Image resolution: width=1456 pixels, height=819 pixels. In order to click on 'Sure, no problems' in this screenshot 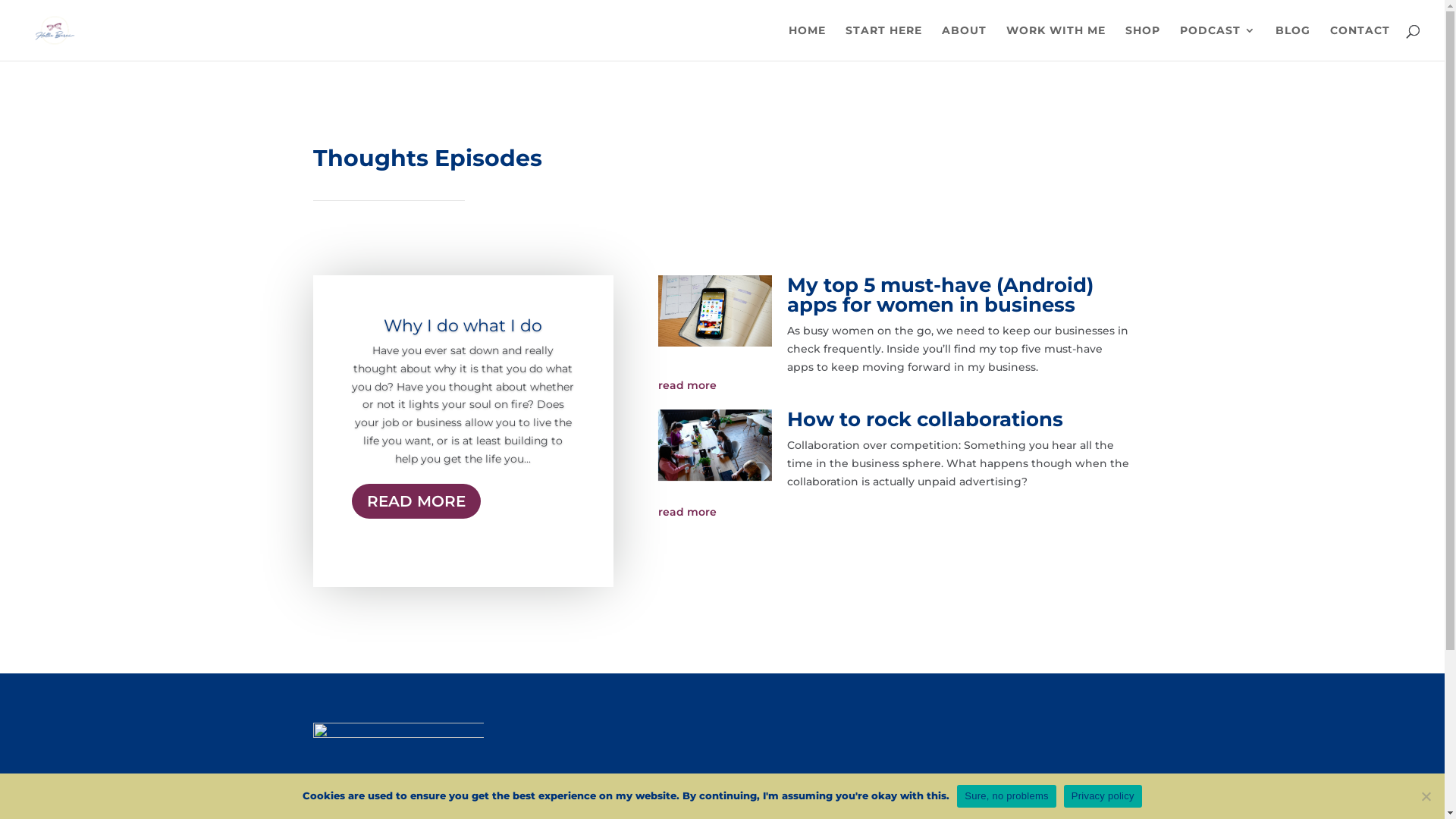, I will do `click(1006, 795)`.